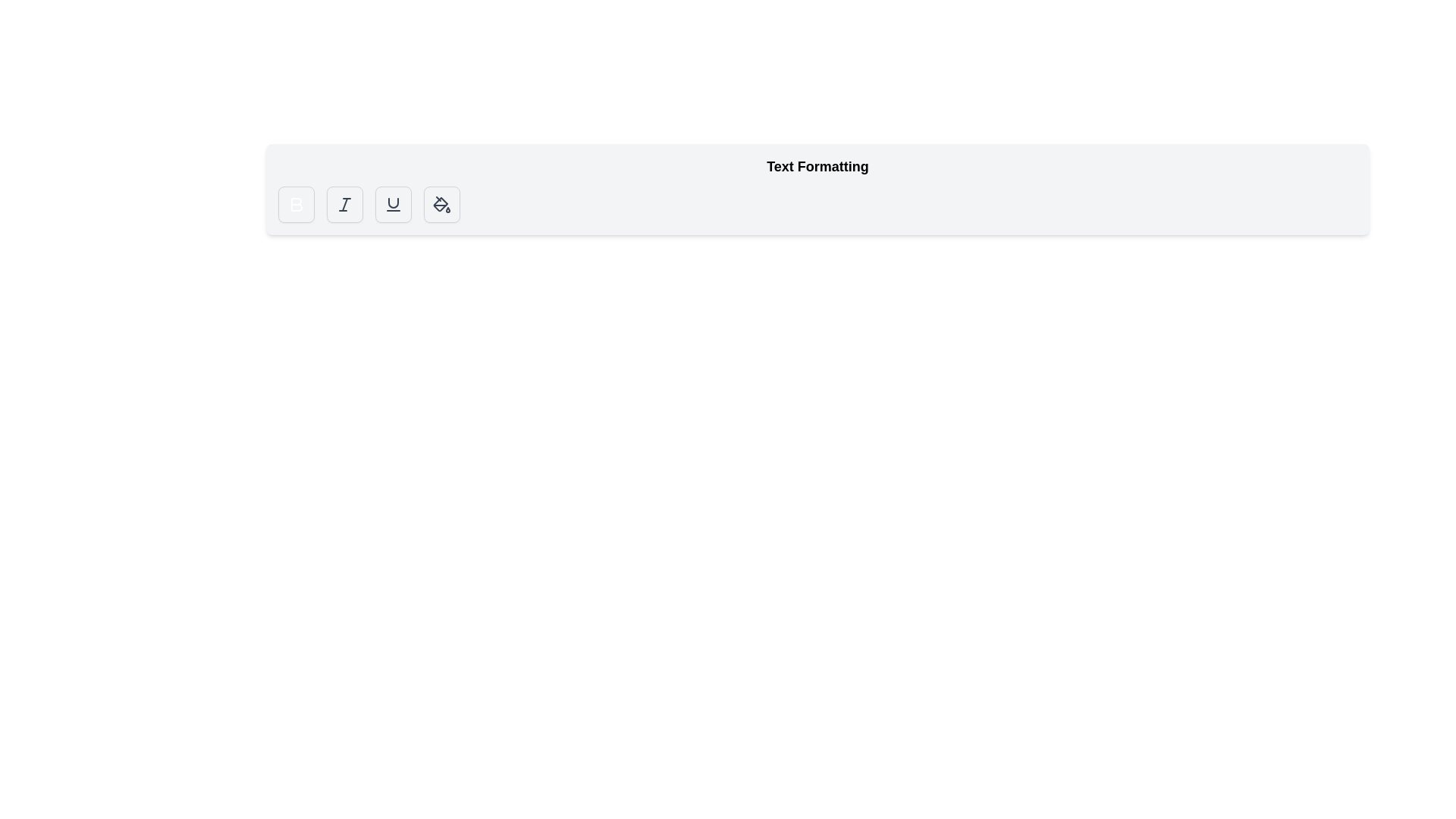 The image size is (1456, 819). Describe the element at coordinates (296, 205) in the screenshot. I see `the bold text formatting button located on the left side of the toolbar's button group by` at that location.